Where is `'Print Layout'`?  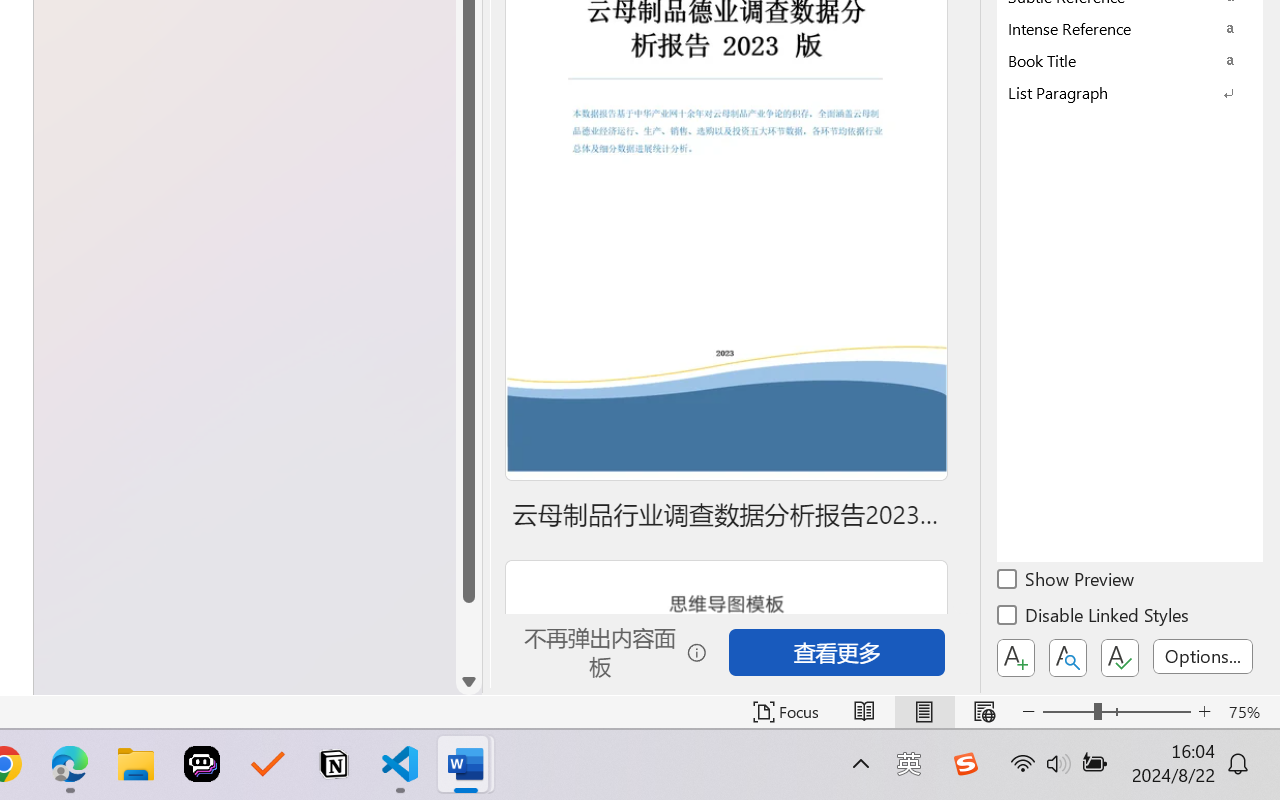 'Print Layout' is located at coordinates (923, 711).